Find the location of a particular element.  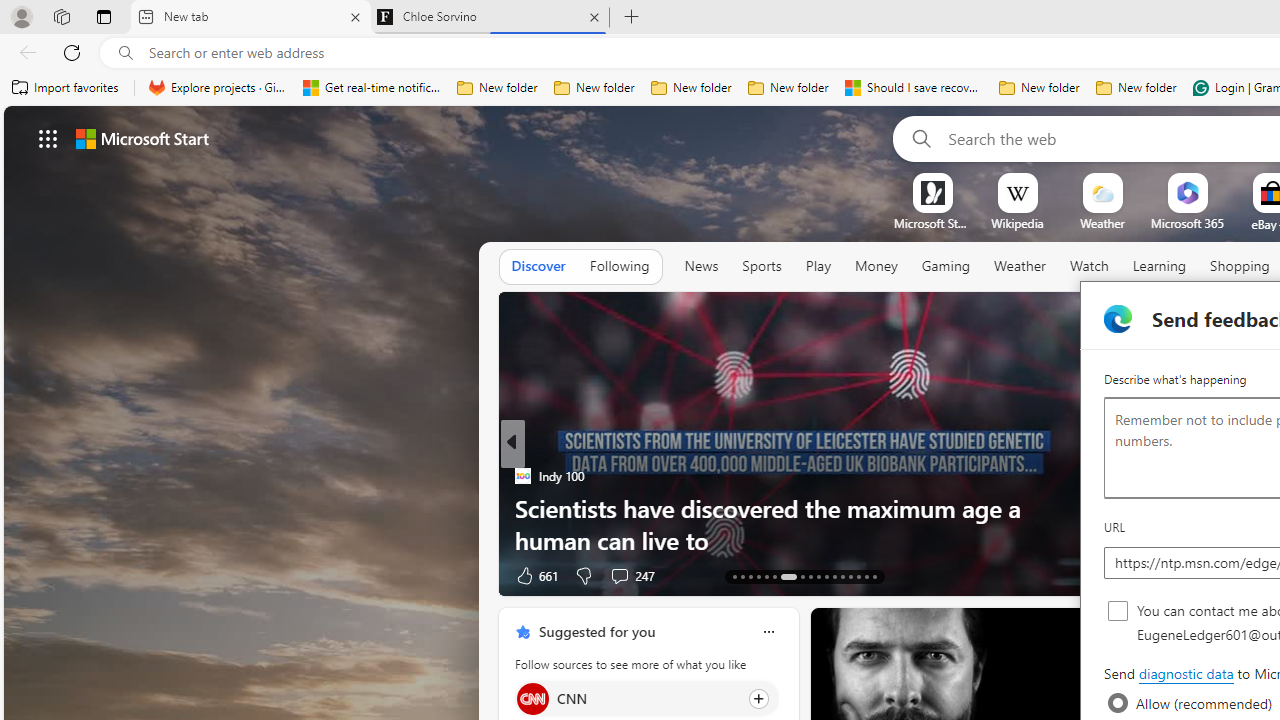

'Chloe Sorvino' is located at coordinates (490, 17).